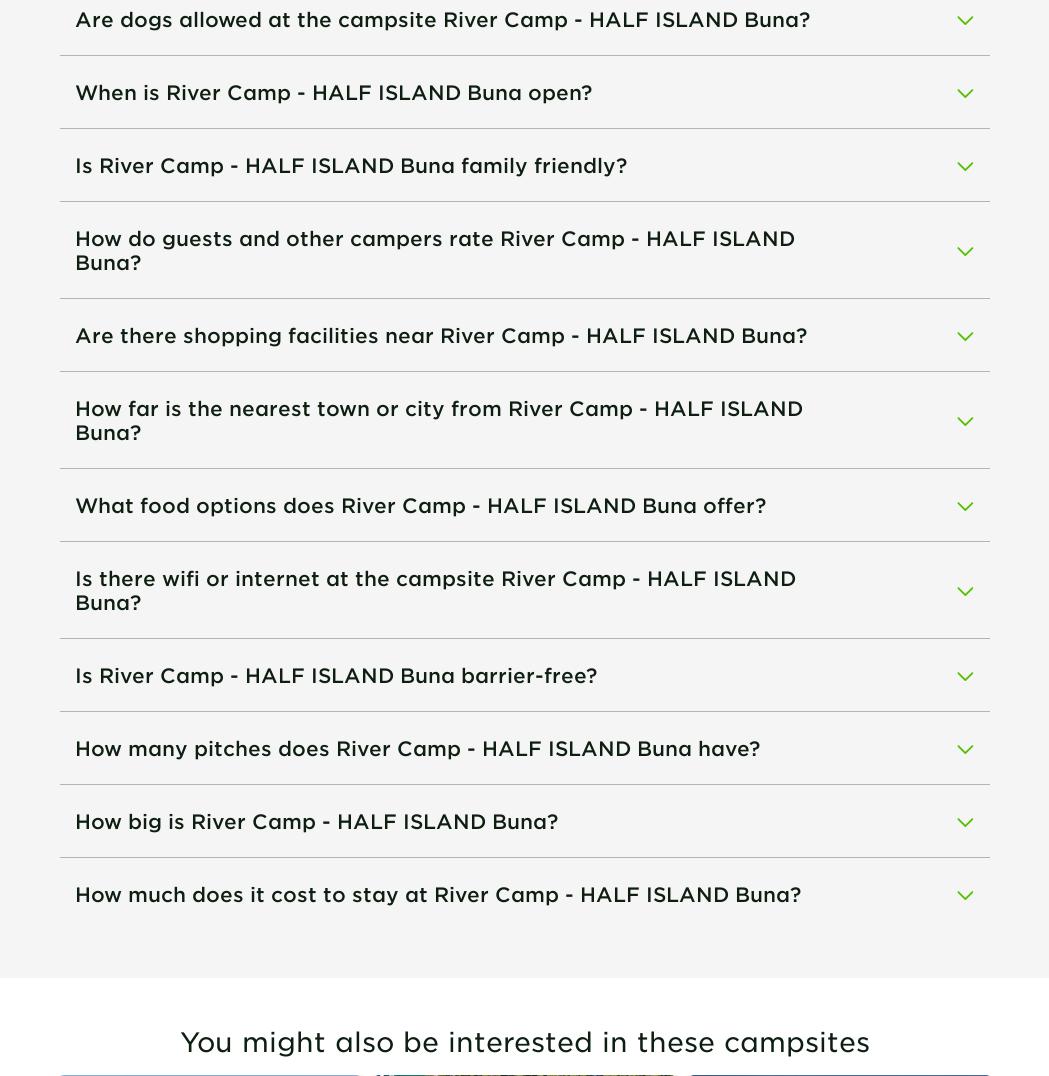 Image resolution: width=1049 pixels, height=1076 pixels. What do you see at coordinates (432, 249) in the screenshot?
I see `'How do guests and other campers rate River Camp - HALF ISLAND Buna?'` at bounding box center [432, 249].